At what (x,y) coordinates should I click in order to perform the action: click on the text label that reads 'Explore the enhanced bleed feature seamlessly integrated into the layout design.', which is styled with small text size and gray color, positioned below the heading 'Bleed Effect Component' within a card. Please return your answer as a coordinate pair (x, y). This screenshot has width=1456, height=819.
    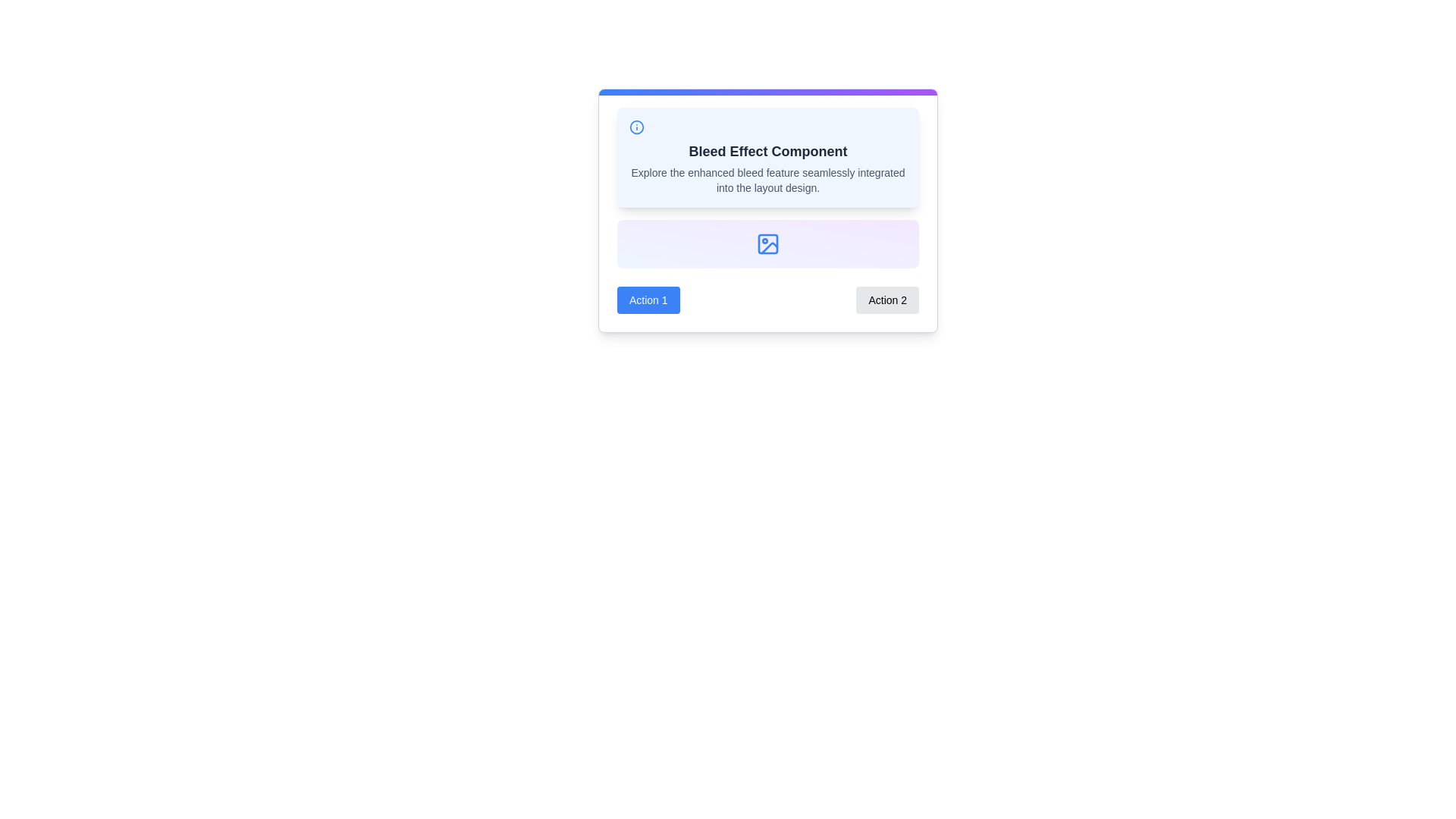
    Looking at the image, I should click on (767, 180).